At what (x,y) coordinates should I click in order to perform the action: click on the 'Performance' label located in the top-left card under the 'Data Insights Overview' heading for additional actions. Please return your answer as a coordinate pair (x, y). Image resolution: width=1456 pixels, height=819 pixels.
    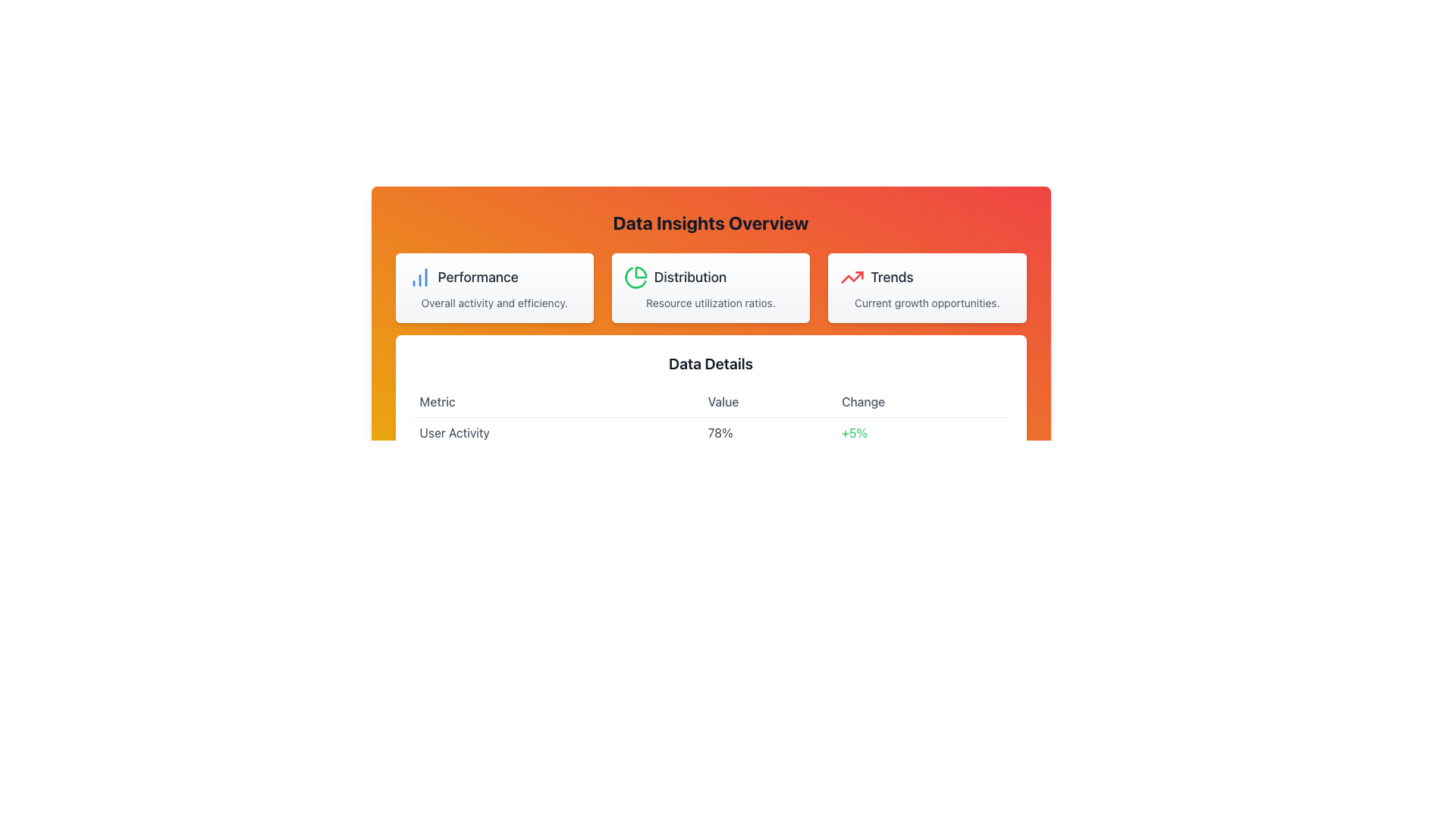
    Looking at the image, I should click on (477, 278).